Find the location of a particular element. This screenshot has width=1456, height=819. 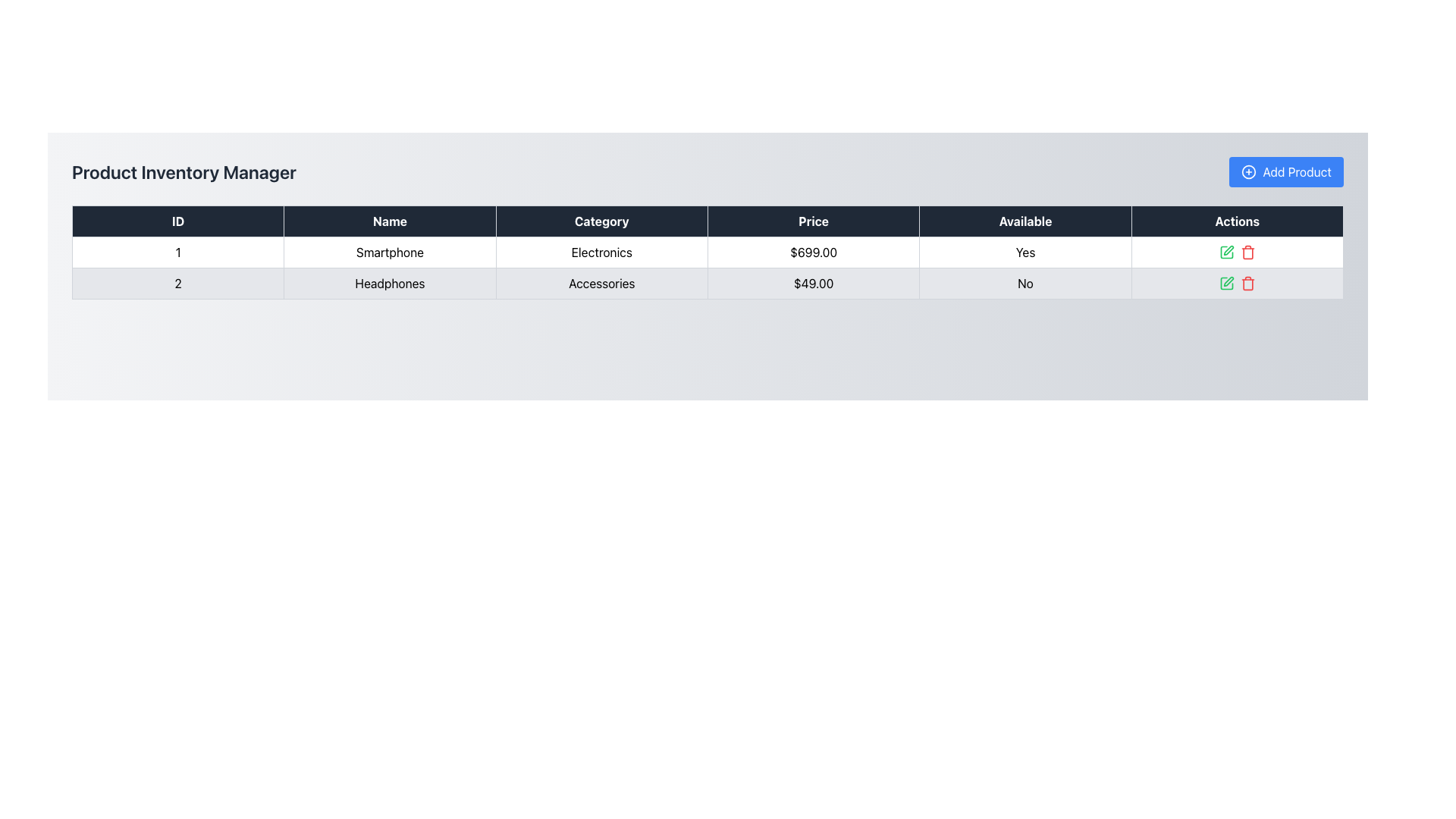

the static text display showing the price value '$49.00' in the 'Price' column of the second row in the 'Product Inventory Manager' interface is located at coordinates (813, 284).